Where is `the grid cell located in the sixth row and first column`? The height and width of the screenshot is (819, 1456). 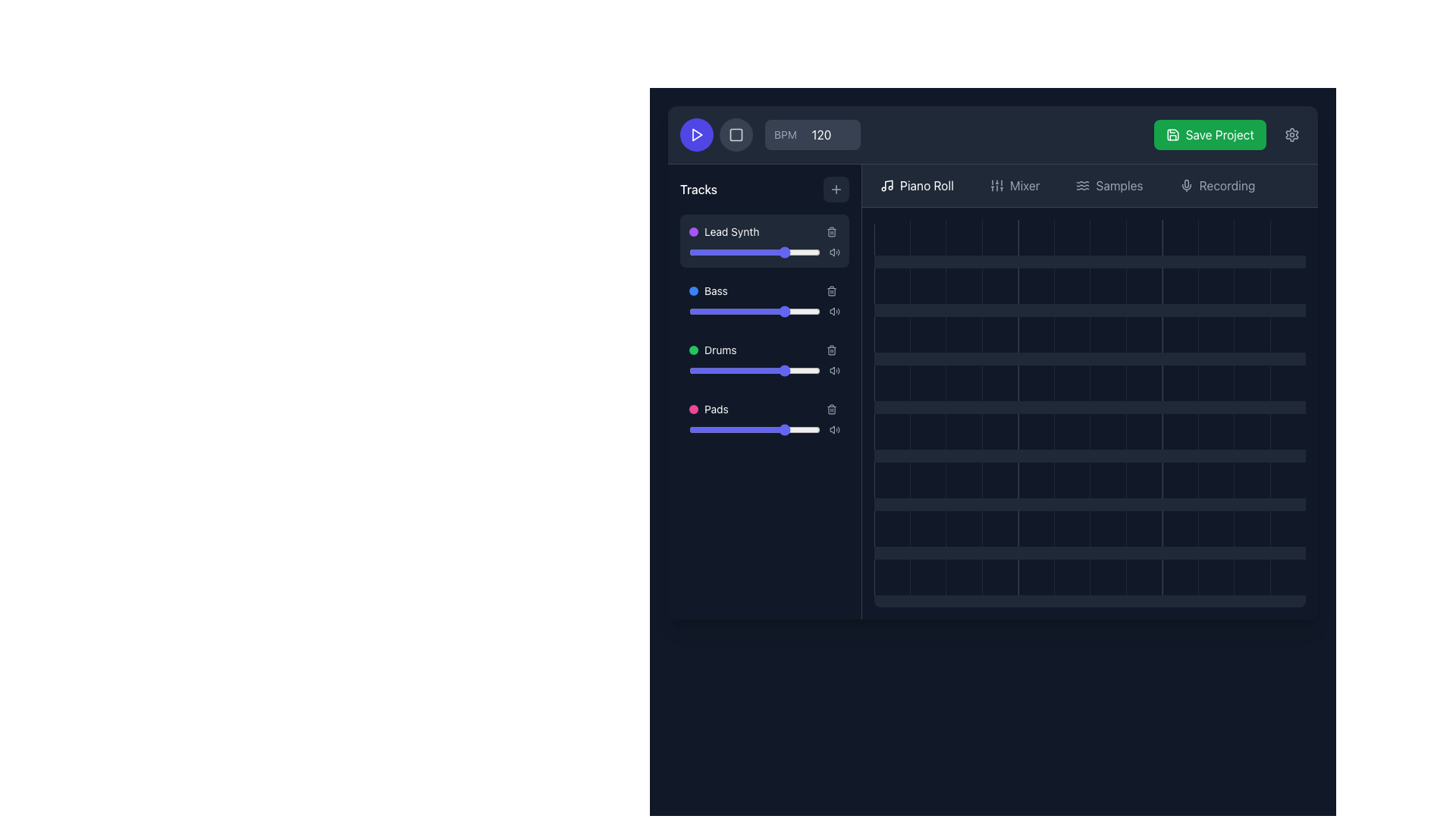 the grid cell located in the sixth row and first column is located at coordinates (892, 431).